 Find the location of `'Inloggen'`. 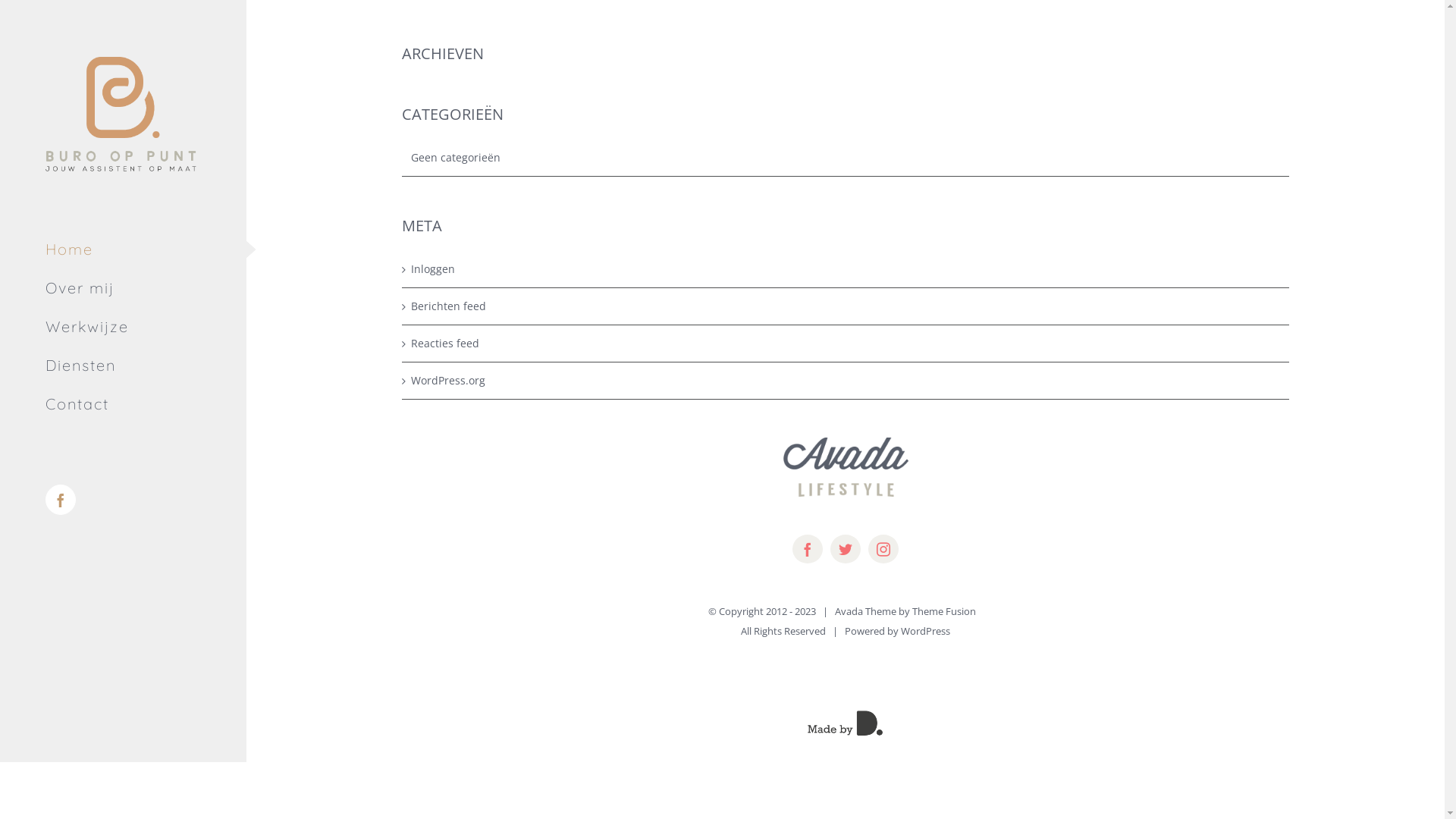

'Inloggen' is located at coordinates (846, 268).